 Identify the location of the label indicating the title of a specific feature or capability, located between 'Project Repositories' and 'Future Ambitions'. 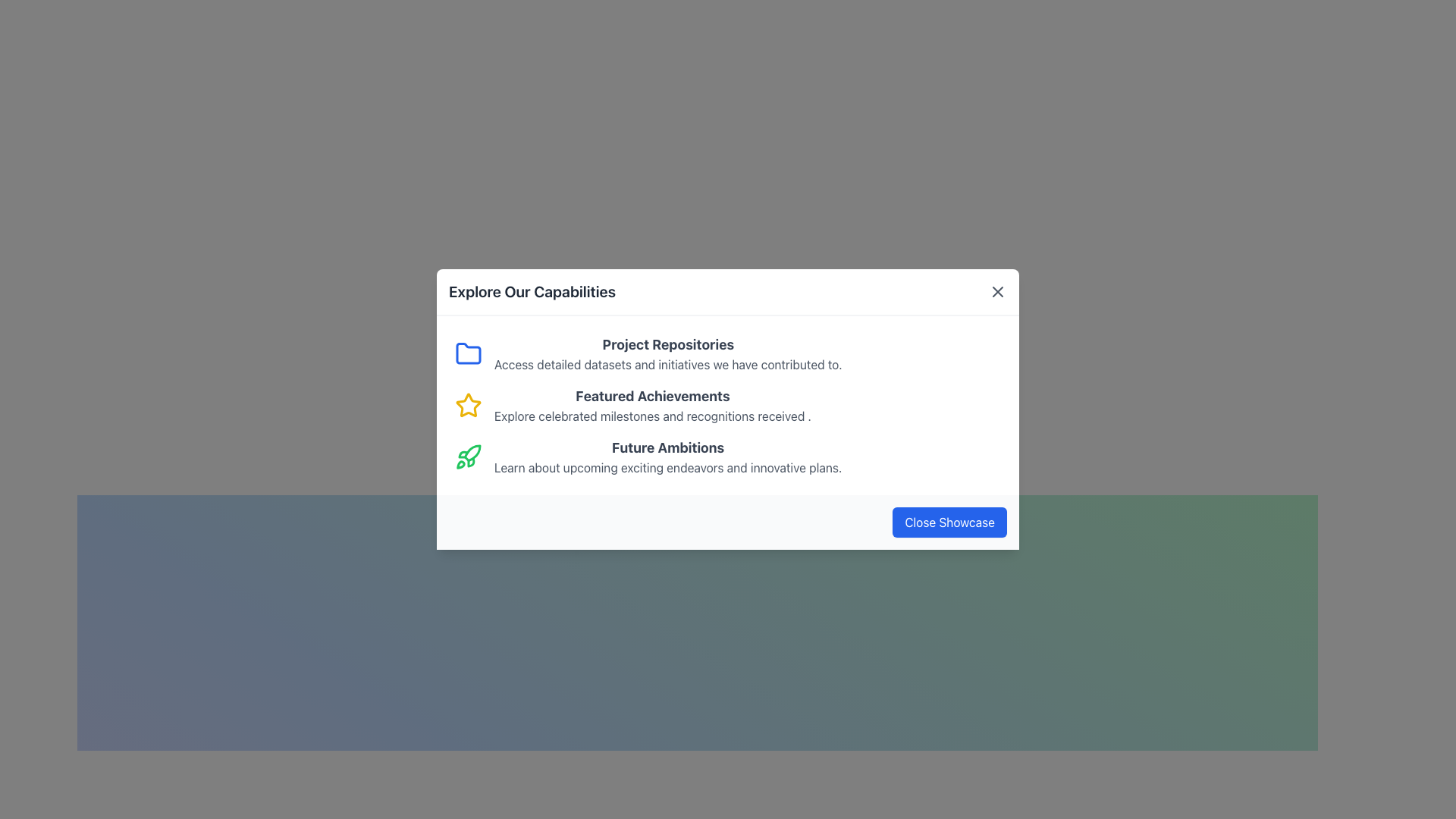
(652, 396).